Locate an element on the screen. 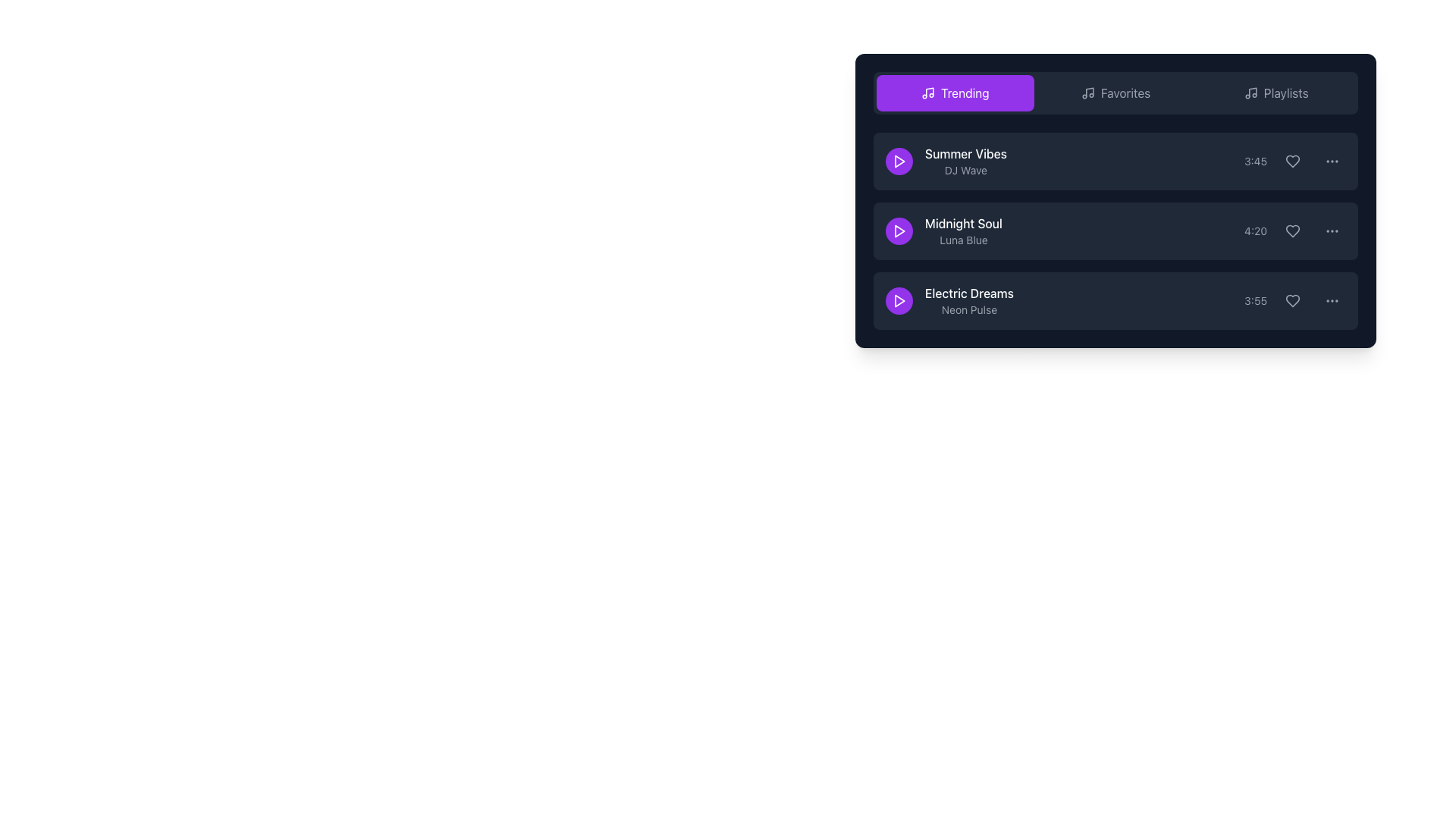 This screenshot has width=1456, height=819. the heart icon button located in the third column of the row for the 'Midnight Soul' entry, positioned between the duration ('4:20') and the ellipsis icon is located at coordinates (1294, 231).